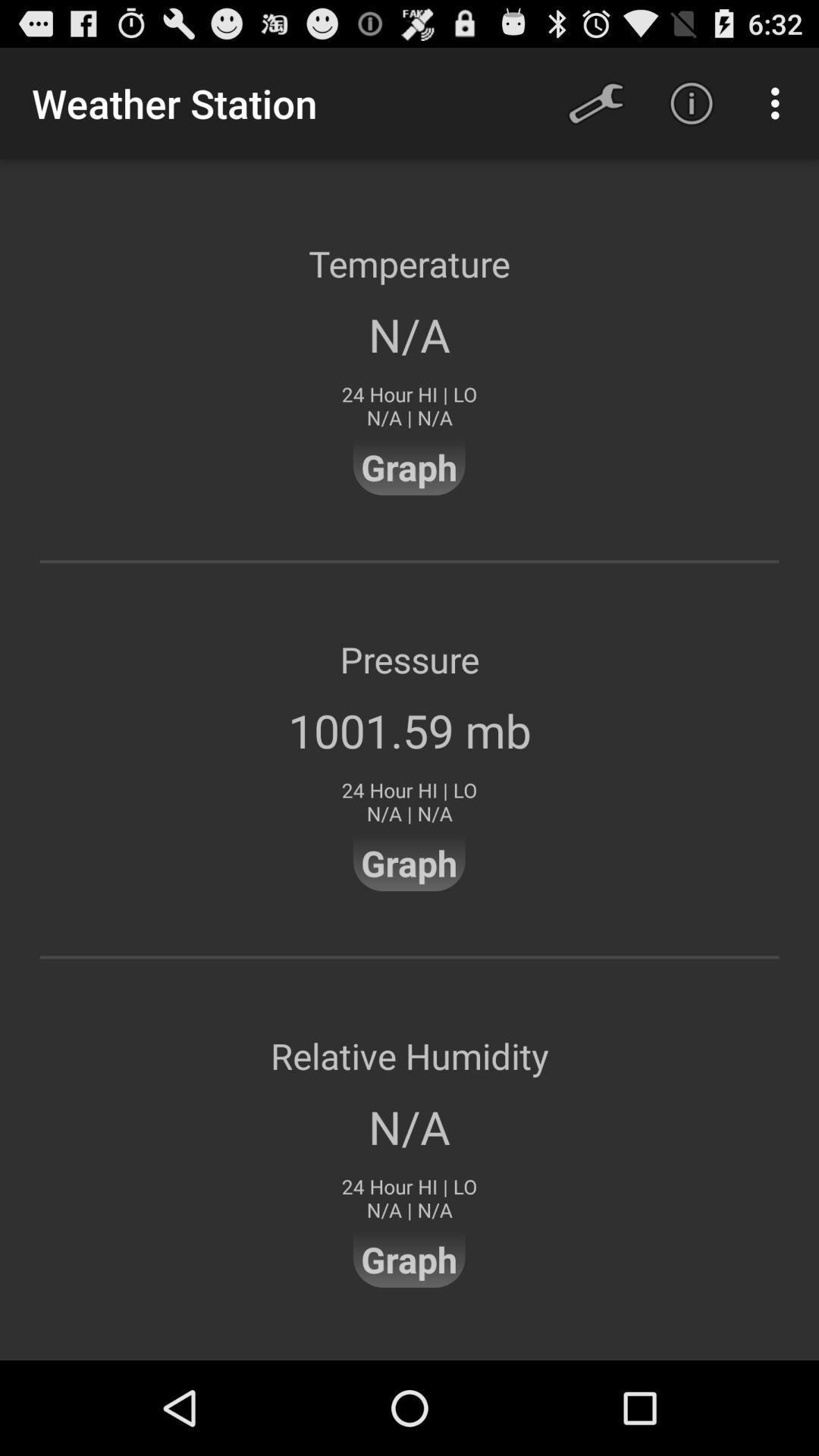 This screenshot has height=1456, width=819. I want to click on the app above temperature item, so click(691, 102).